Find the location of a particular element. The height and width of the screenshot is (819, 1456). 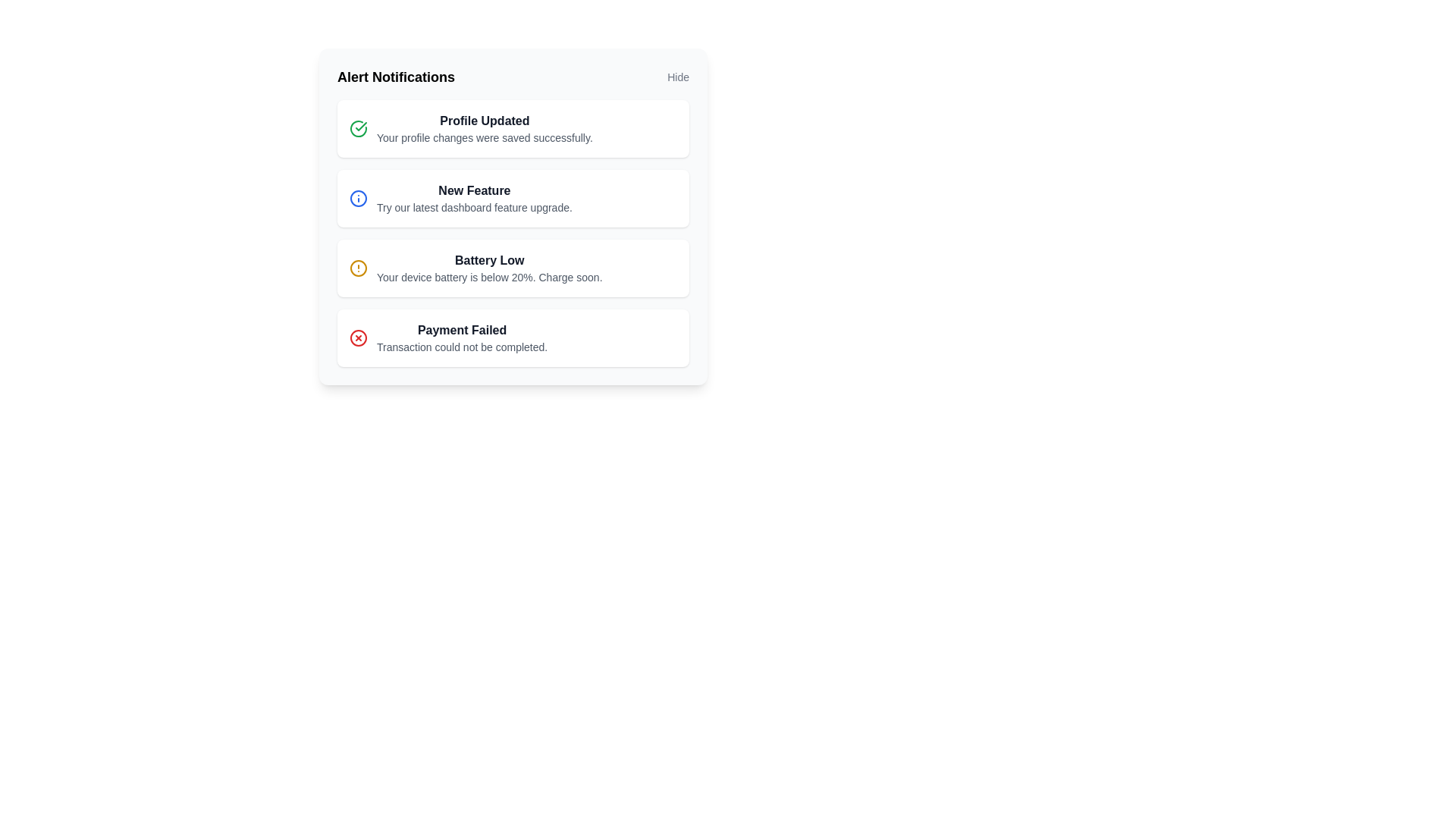

text snippet 'Your device battery is below 20%. Charge soon.' located in the third notification card titled 'Alert Notifications', directly beneath the bold heading 'Battery Low' is located at coordinates (489, 278).